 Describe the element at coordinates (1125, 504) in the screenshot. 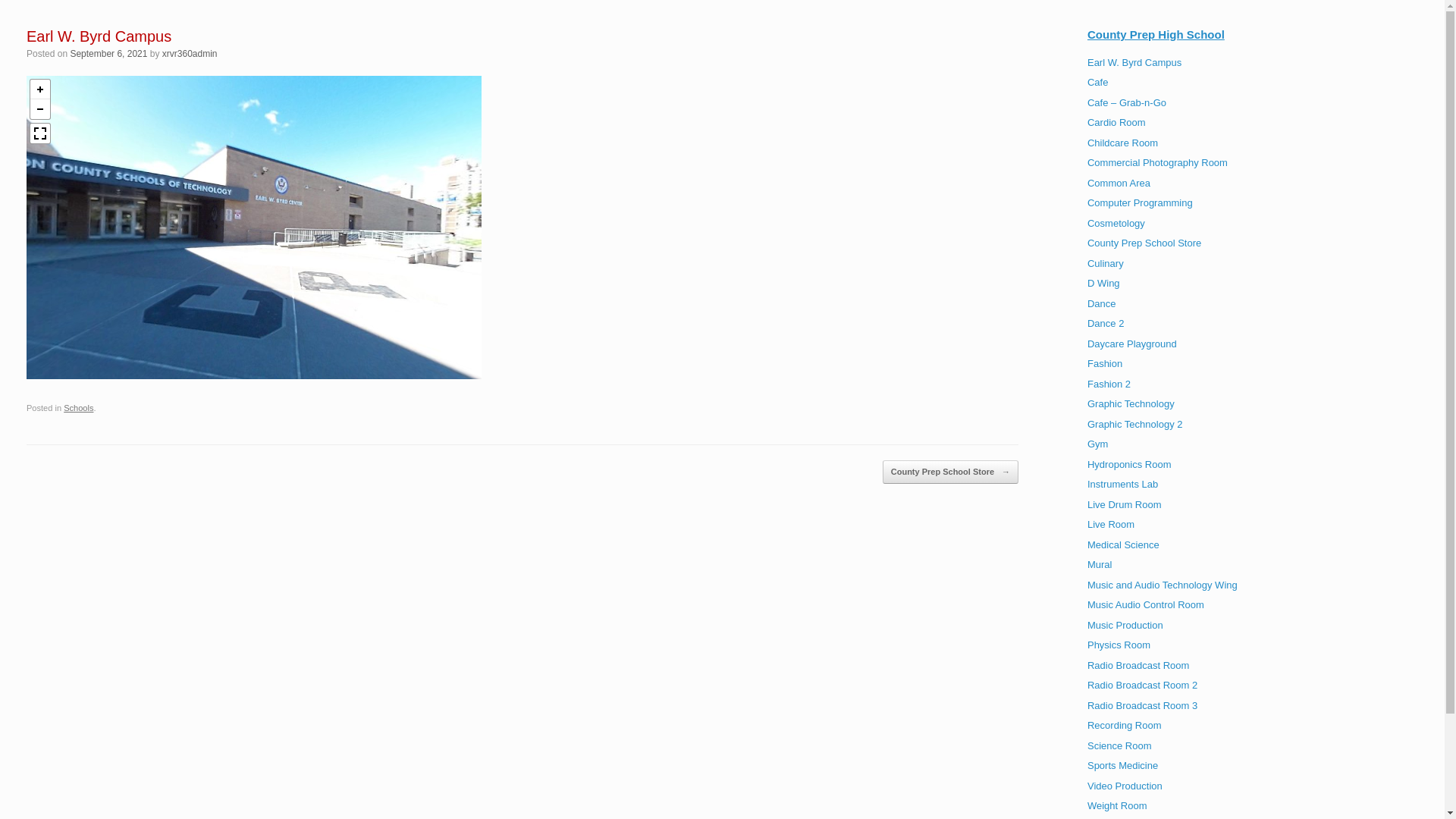

I see `'Live Drum Room'` at that location.